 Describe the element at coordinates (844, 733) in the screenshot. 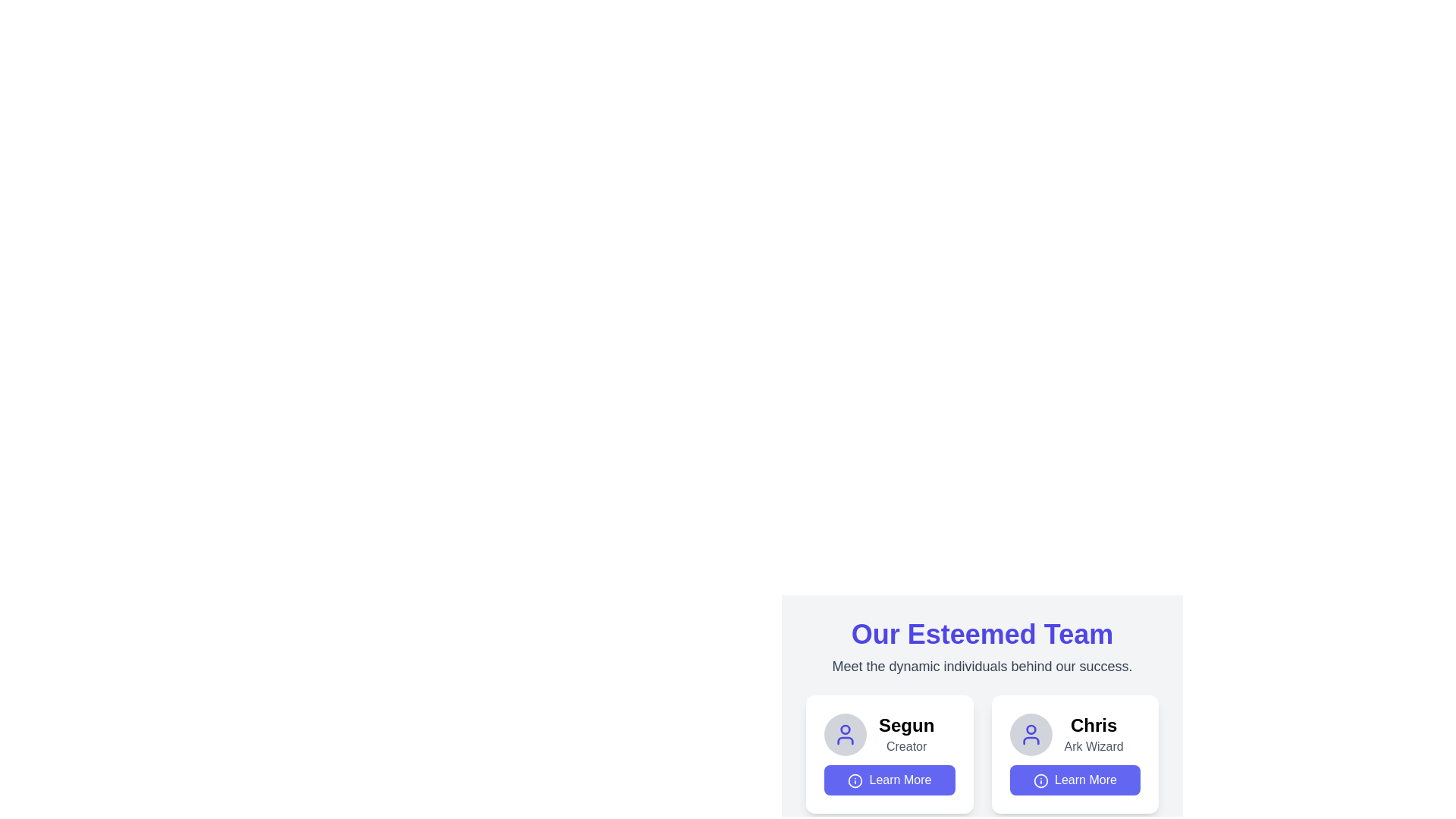

I see `the Avatar icon located at the top-center of the profile card titled 'Segun' in the 'Our Esteemed Team' section` at that location.